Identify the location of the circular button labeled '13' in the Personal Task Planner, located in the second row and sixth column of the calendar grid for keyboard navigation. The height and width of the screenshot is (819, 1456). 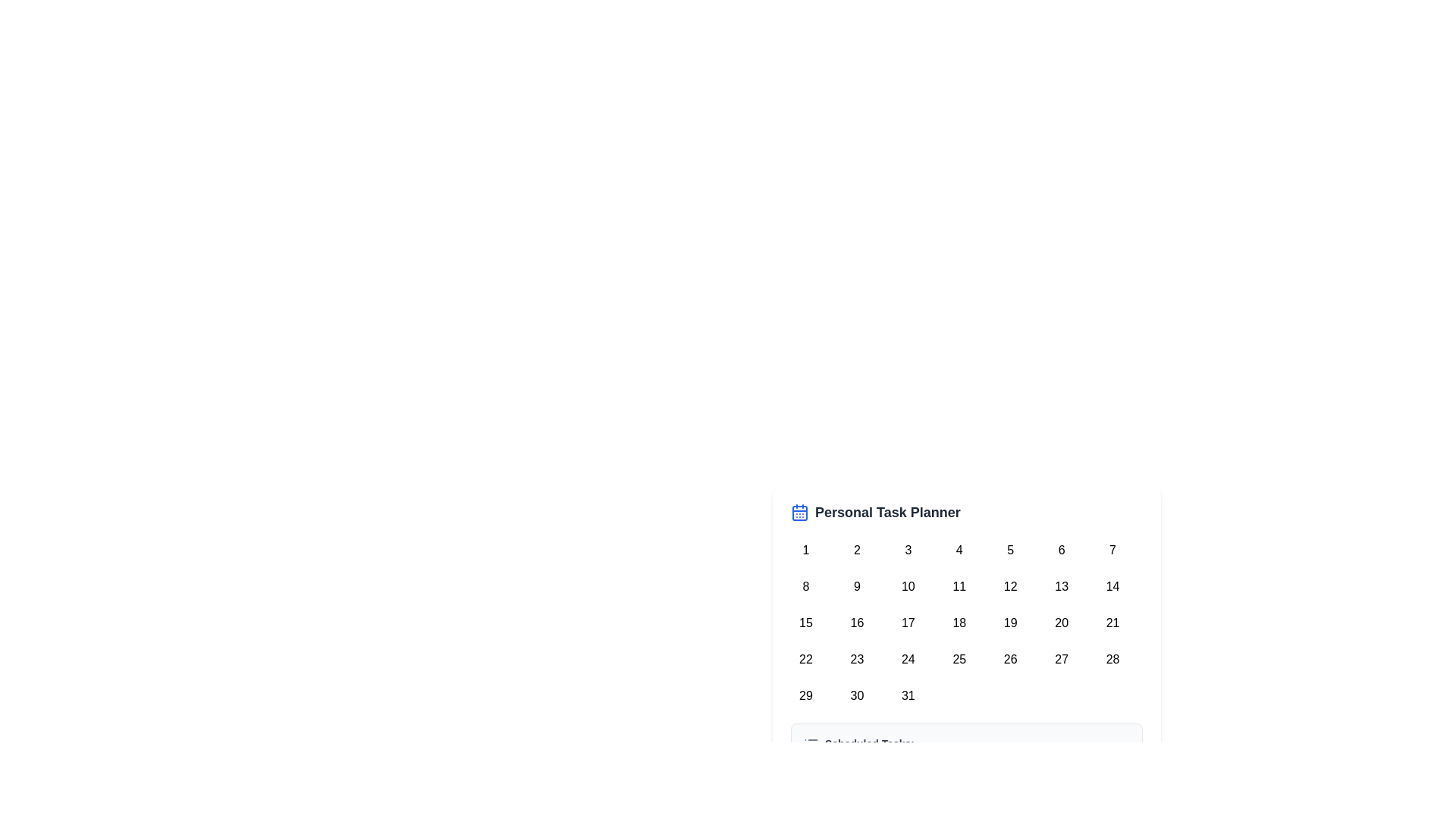
(1061, 586).